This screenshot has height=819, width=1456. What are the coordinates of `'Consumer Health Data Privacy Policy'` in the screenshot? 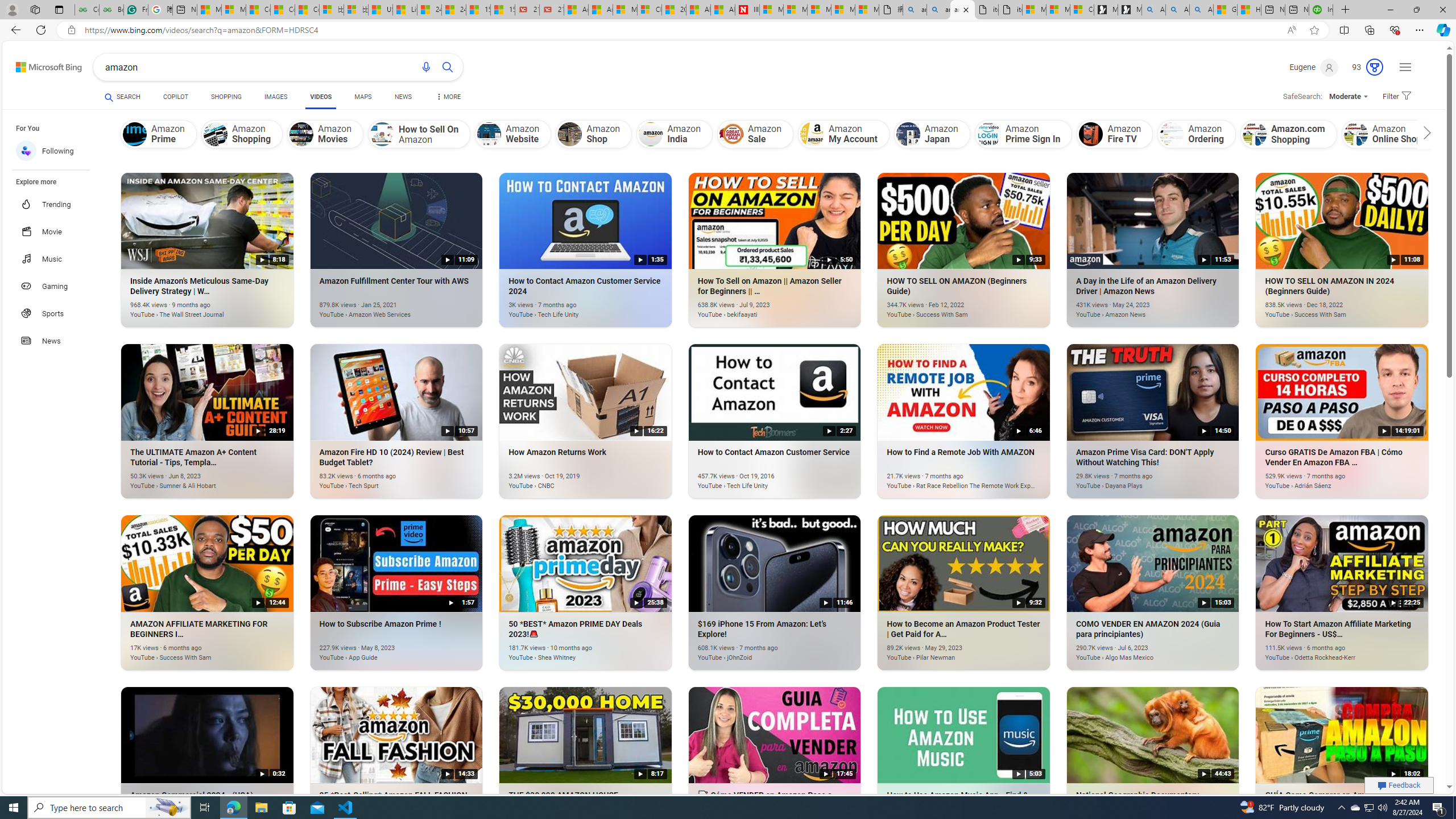 It's located at (1082, 9).